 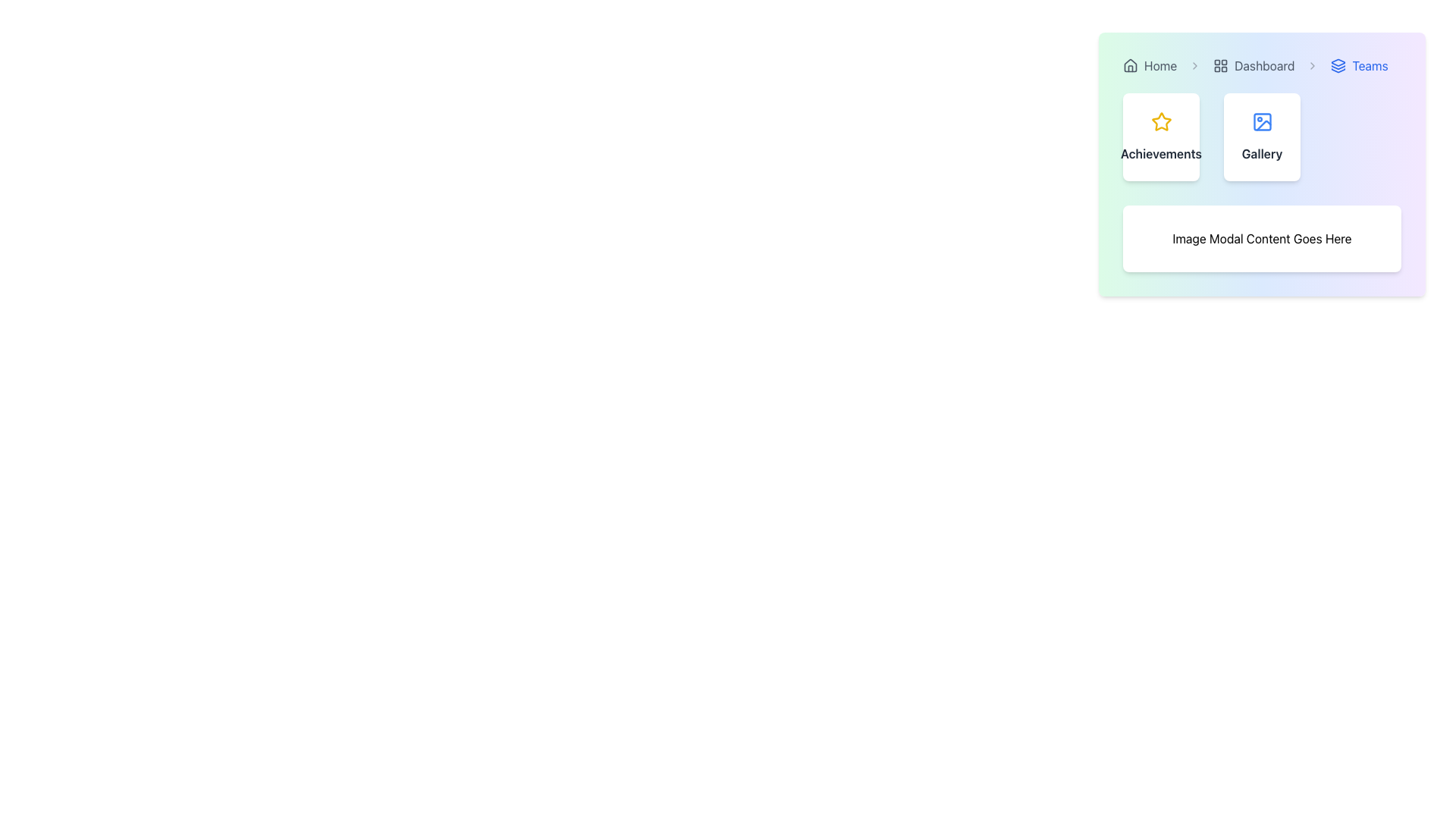 I want to click on the 'Home' navigation link, which is the first item in the breadcrumb navigation bar, so click(x=1150, y=65).